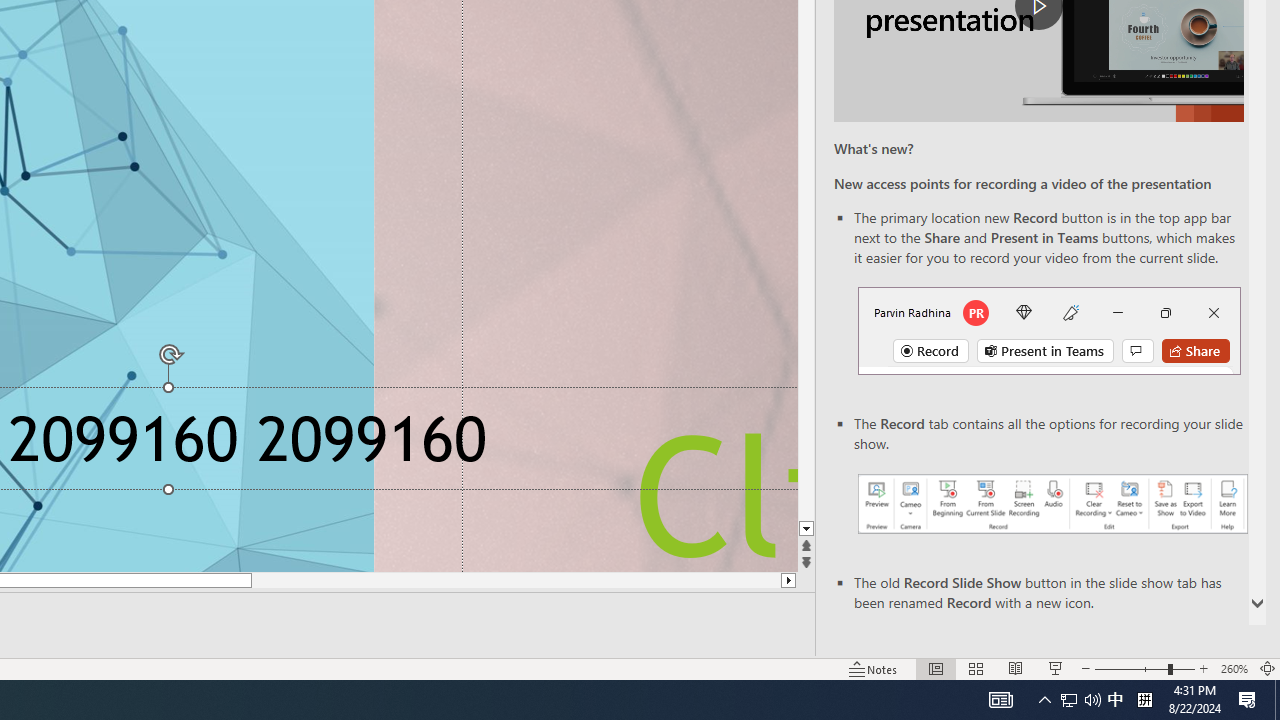  Describe the element at coordinates (1233, 669) in the screenshot. I see `'Zoom 260%'` at that location.